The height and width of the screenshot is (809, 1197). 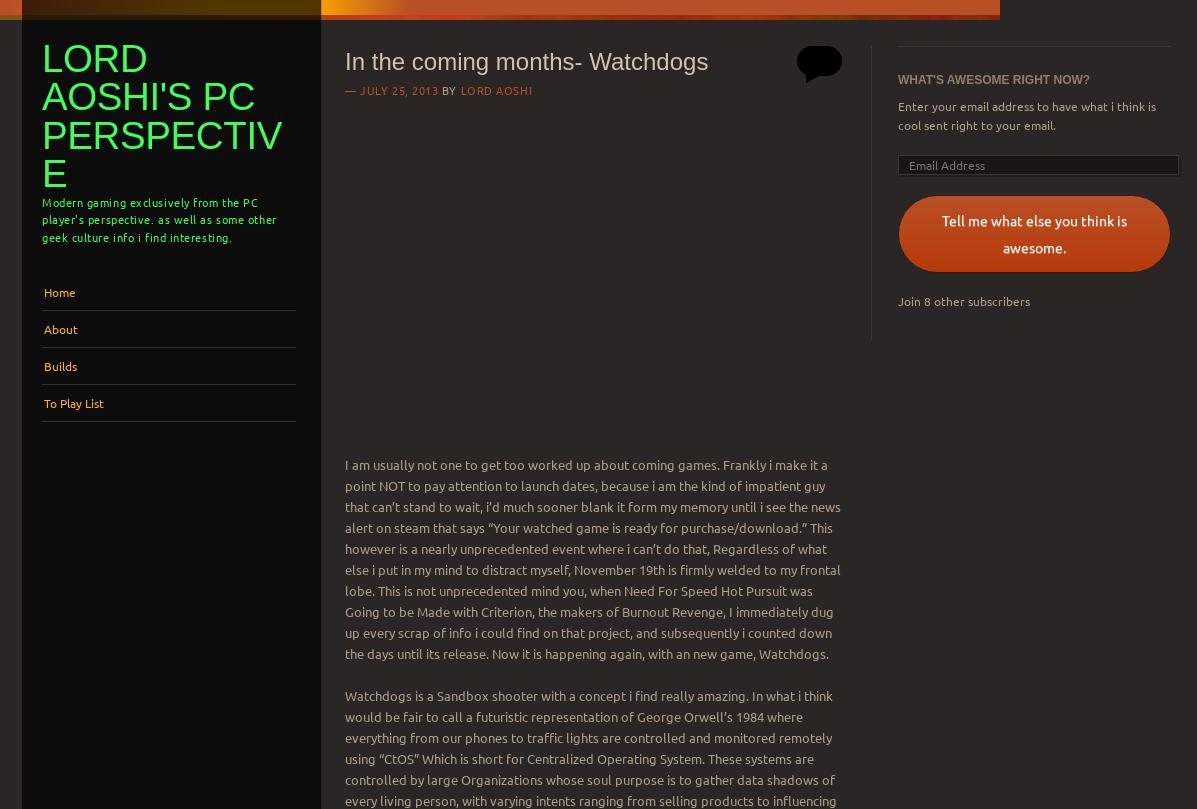 I want to click on 'Join 8 other subscribers', so click(x=961, y=301).